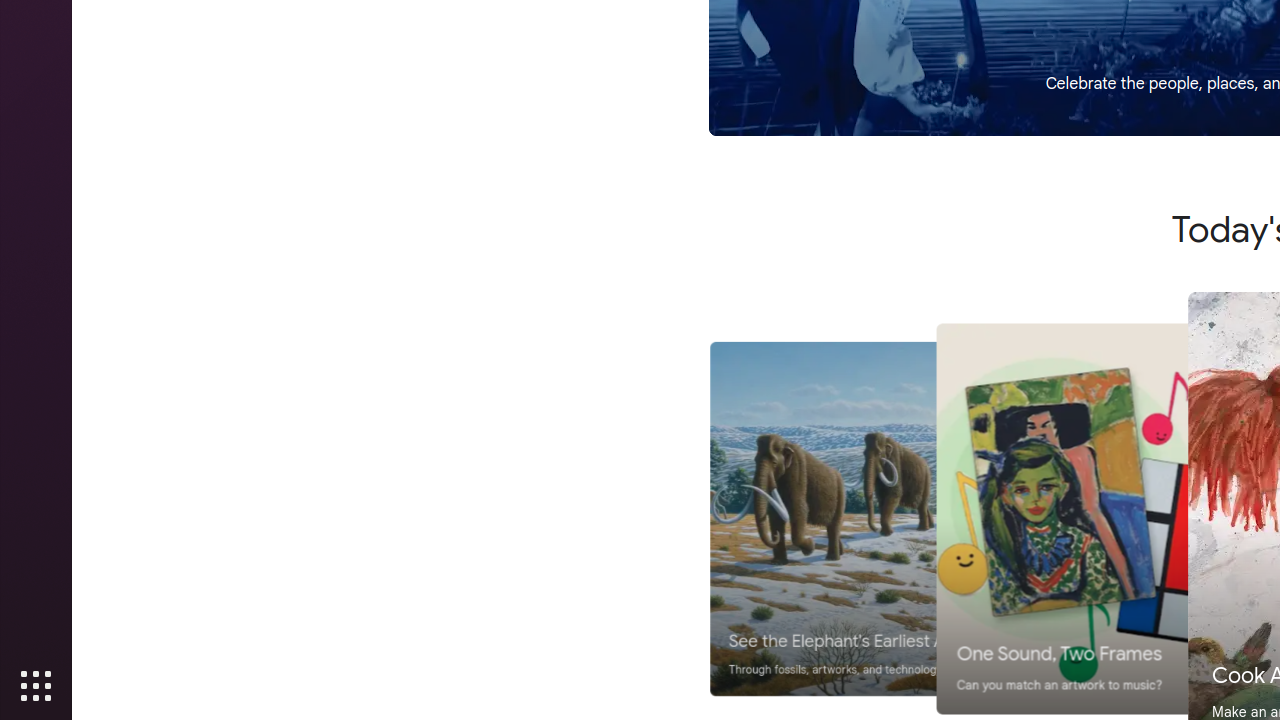 The width and height of the screenshot is (1280, 720). Describe the element at coordinates (35, 685) in the screenshot. I see `'Show Applications'` at that location.